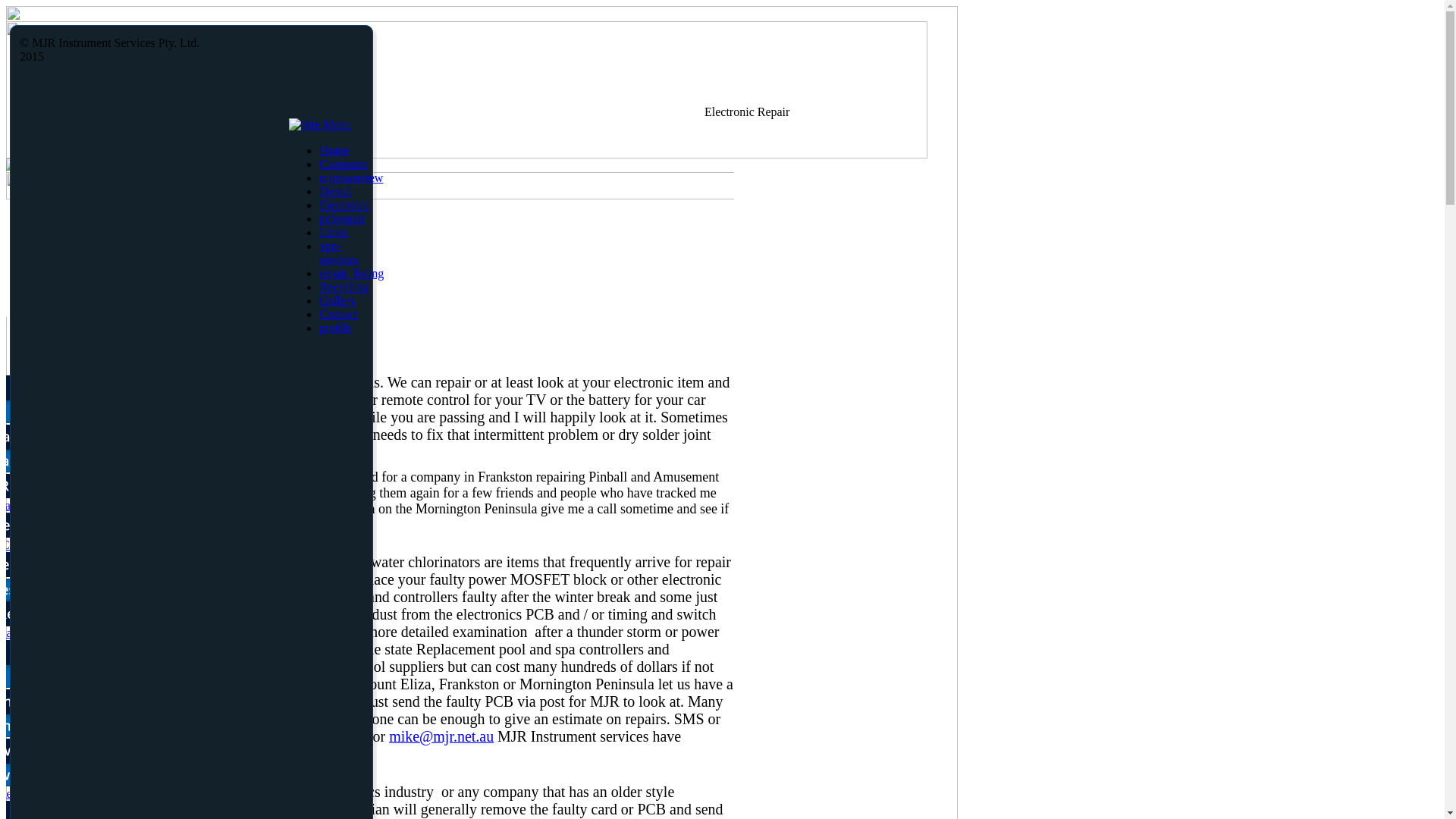  What do you see at coordinates (337, 300) in the screenshot?
I see `'Gallery'` at bounding box center [337, 300].